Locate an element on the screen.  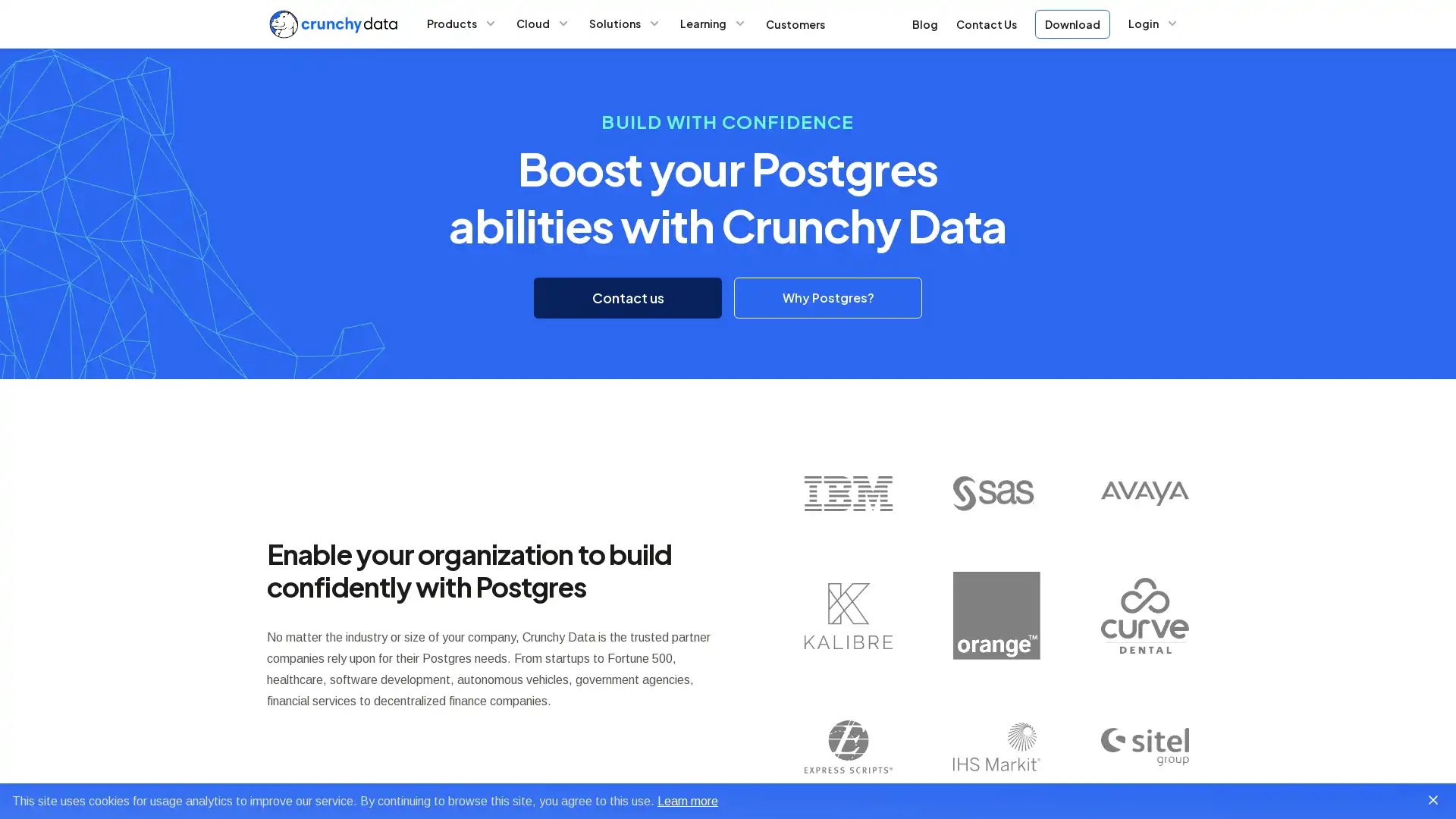
Login is located at coordinates (1153, 23).